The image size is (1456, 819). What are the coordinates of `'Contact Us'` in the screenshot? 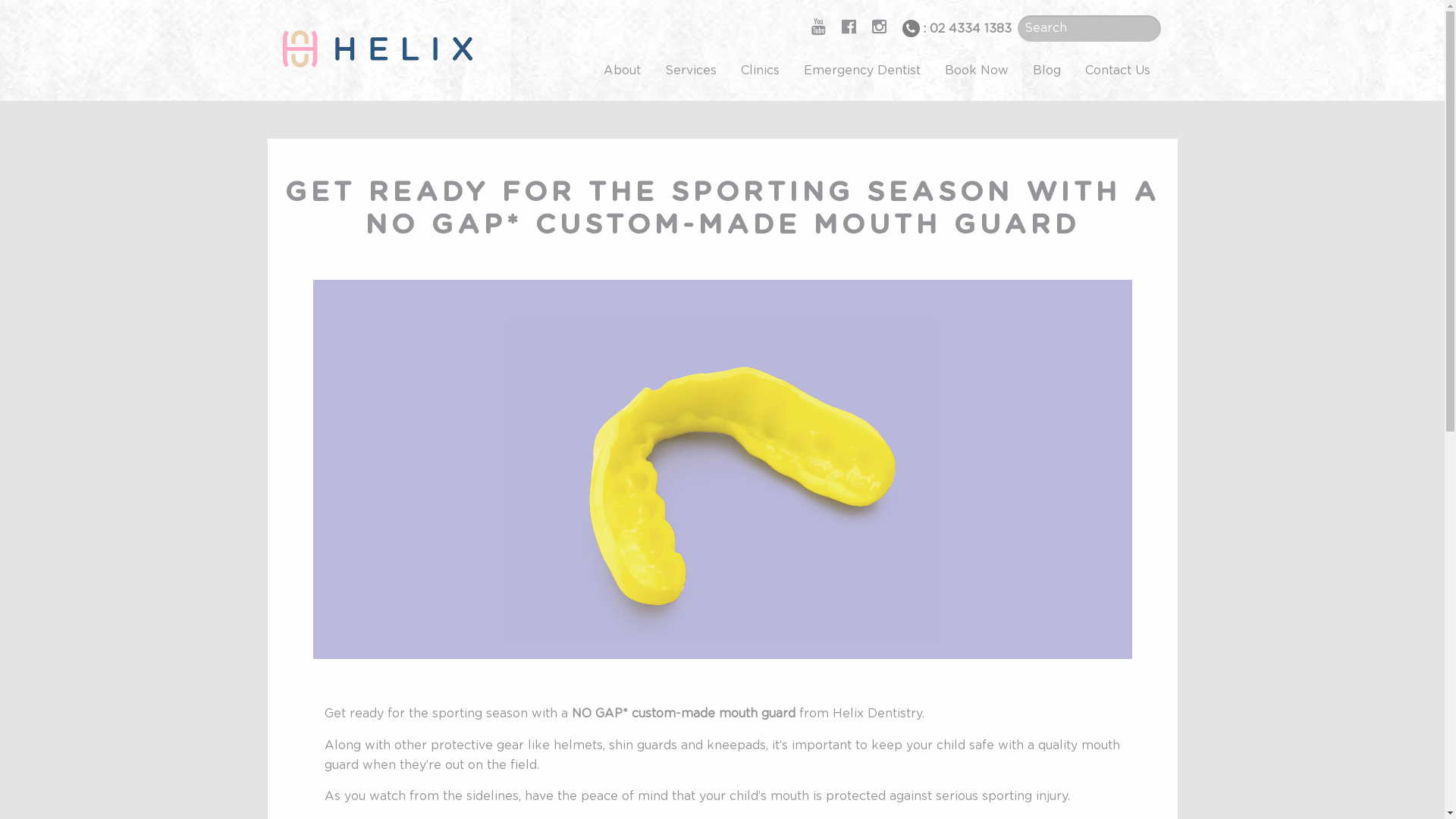 It's located at (1117, 70).